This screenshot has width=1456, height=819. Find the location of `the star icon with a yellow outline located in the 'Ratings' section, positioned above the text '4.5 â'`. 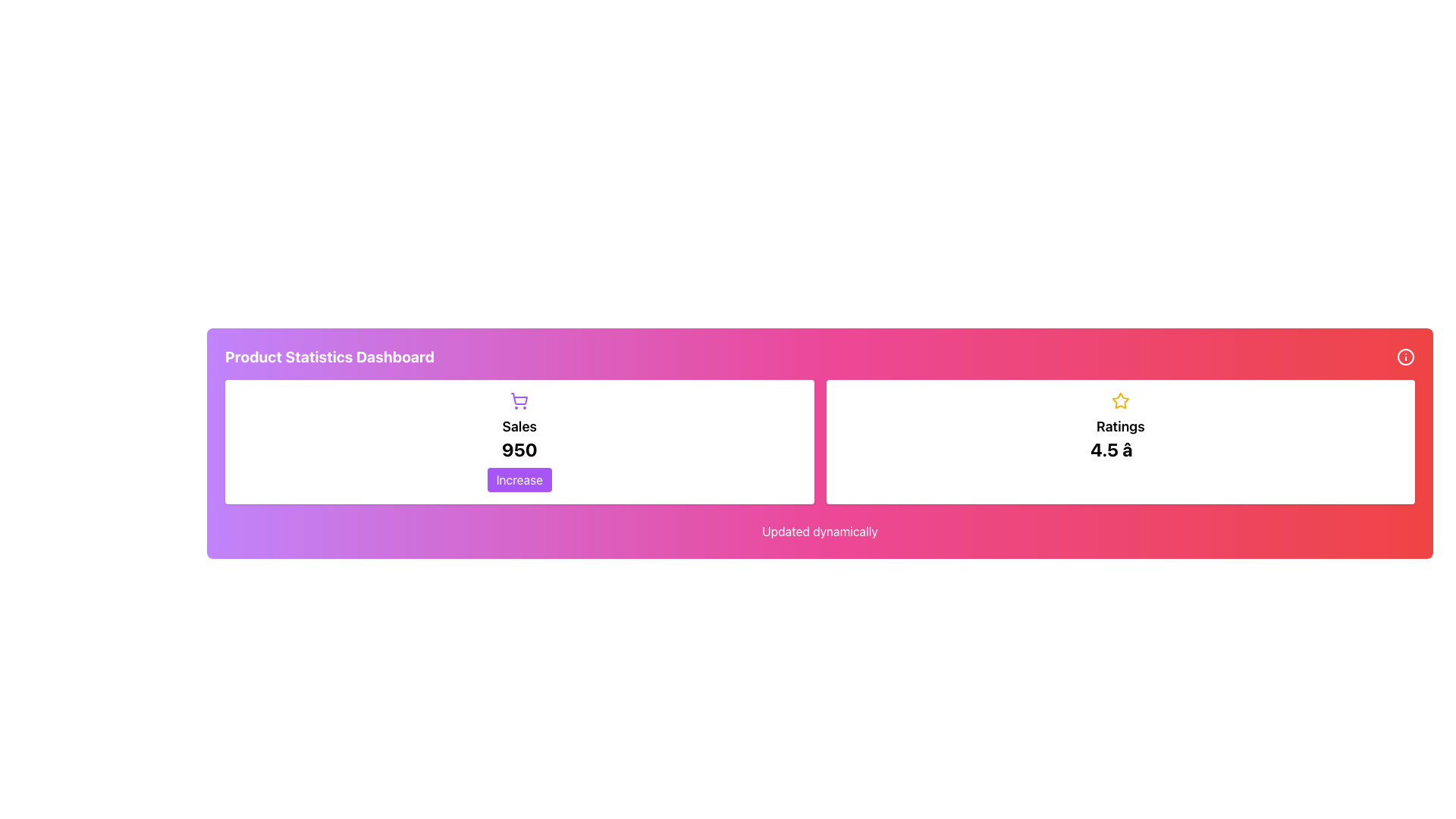

the star icon with a yellow outline located in the 'Ratings' section, positioned above the text '4.5 â' is located at coordinates (1120, 400).